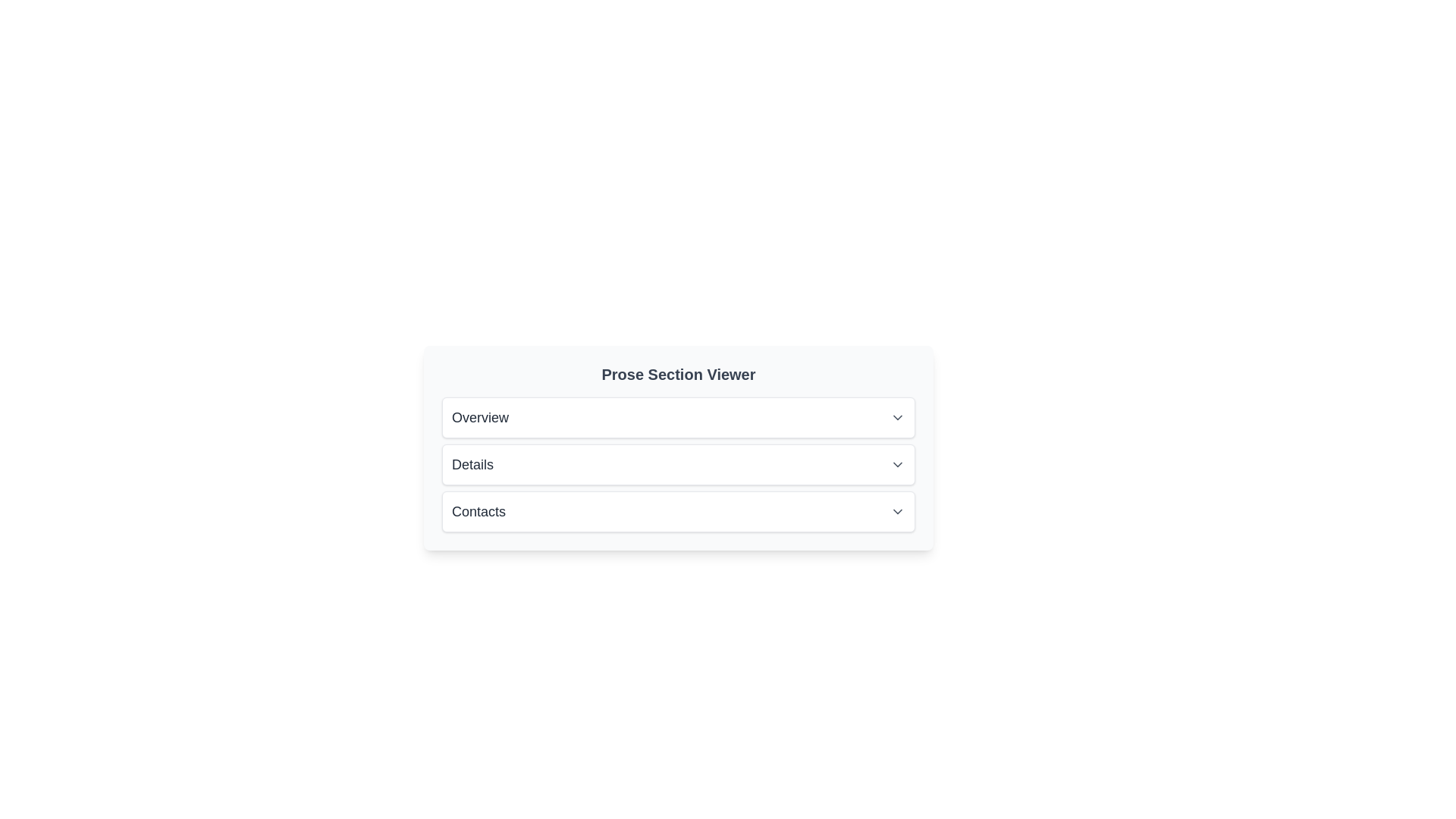 Image resolution: width=1456 pixels, height=819 pixels. Describe the element at coordinates (898, 464) in the screenshot. I see `the downward-facing gray chevron icon at the right end of the 'Details' list item` at that location.